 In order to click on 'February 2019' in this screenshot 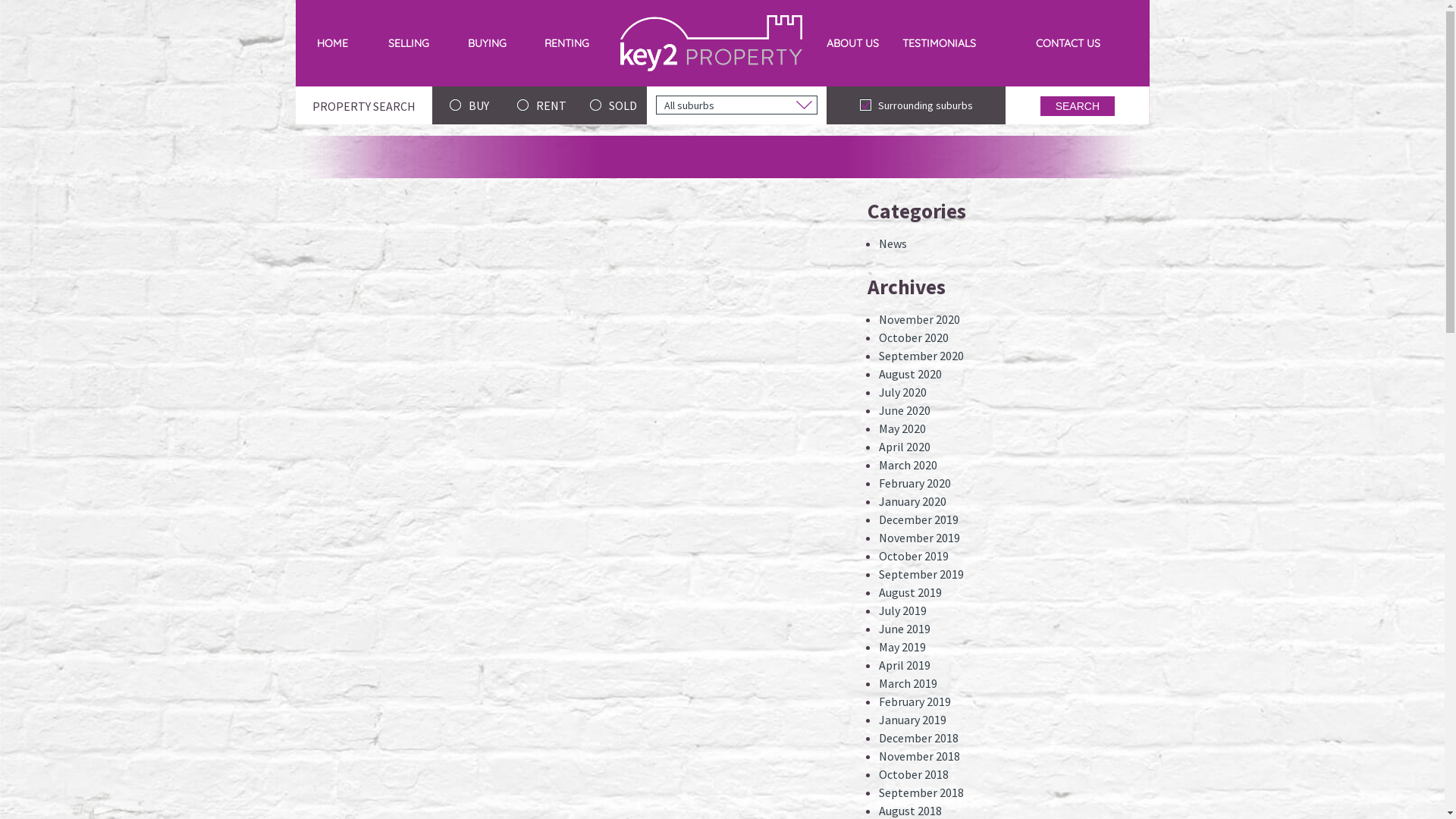, I will do `click(914, 701)`.